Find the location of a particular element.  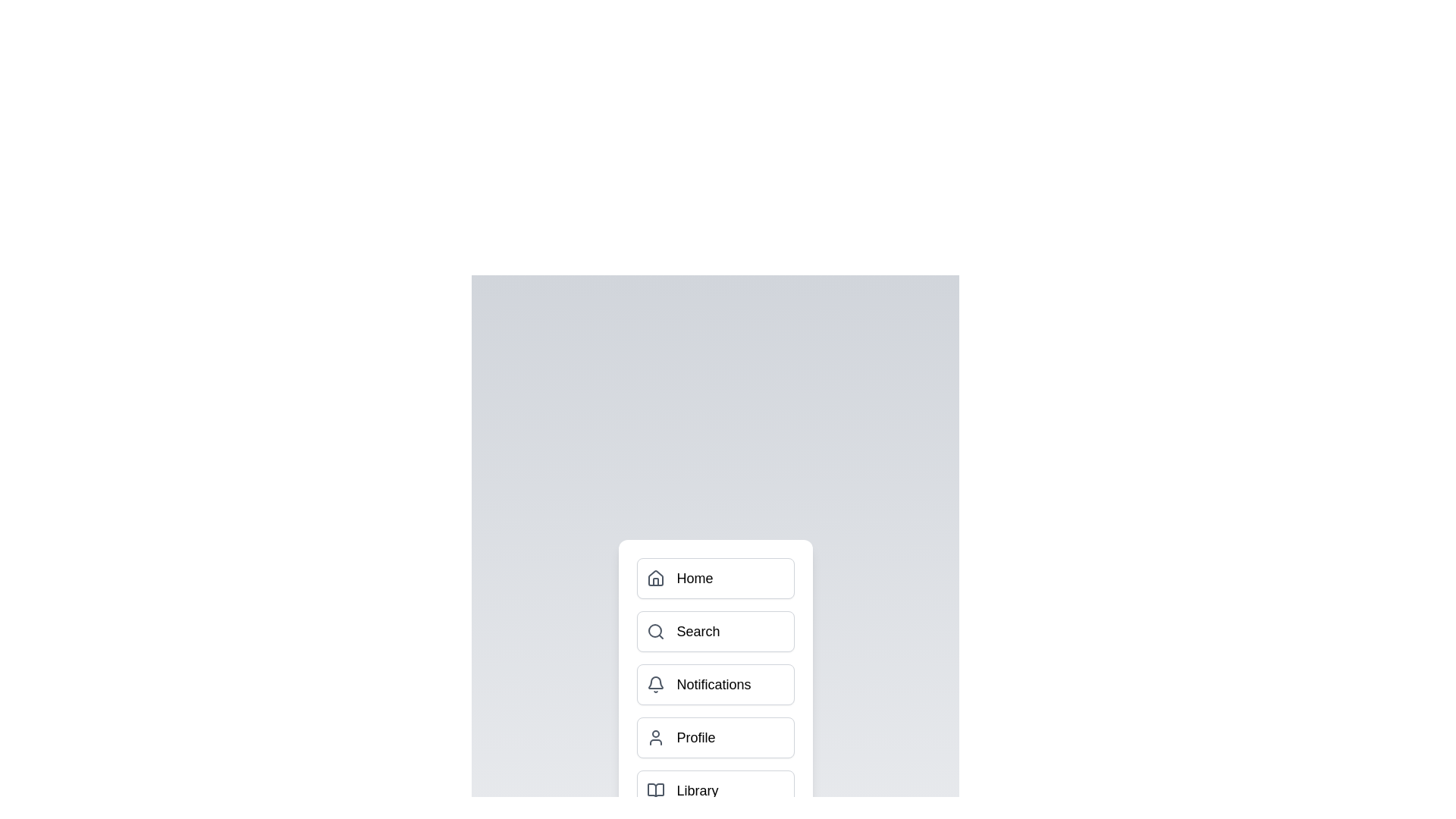

the menu item button labeled Library to toggle its submenu is located at coordinates (714, 789).